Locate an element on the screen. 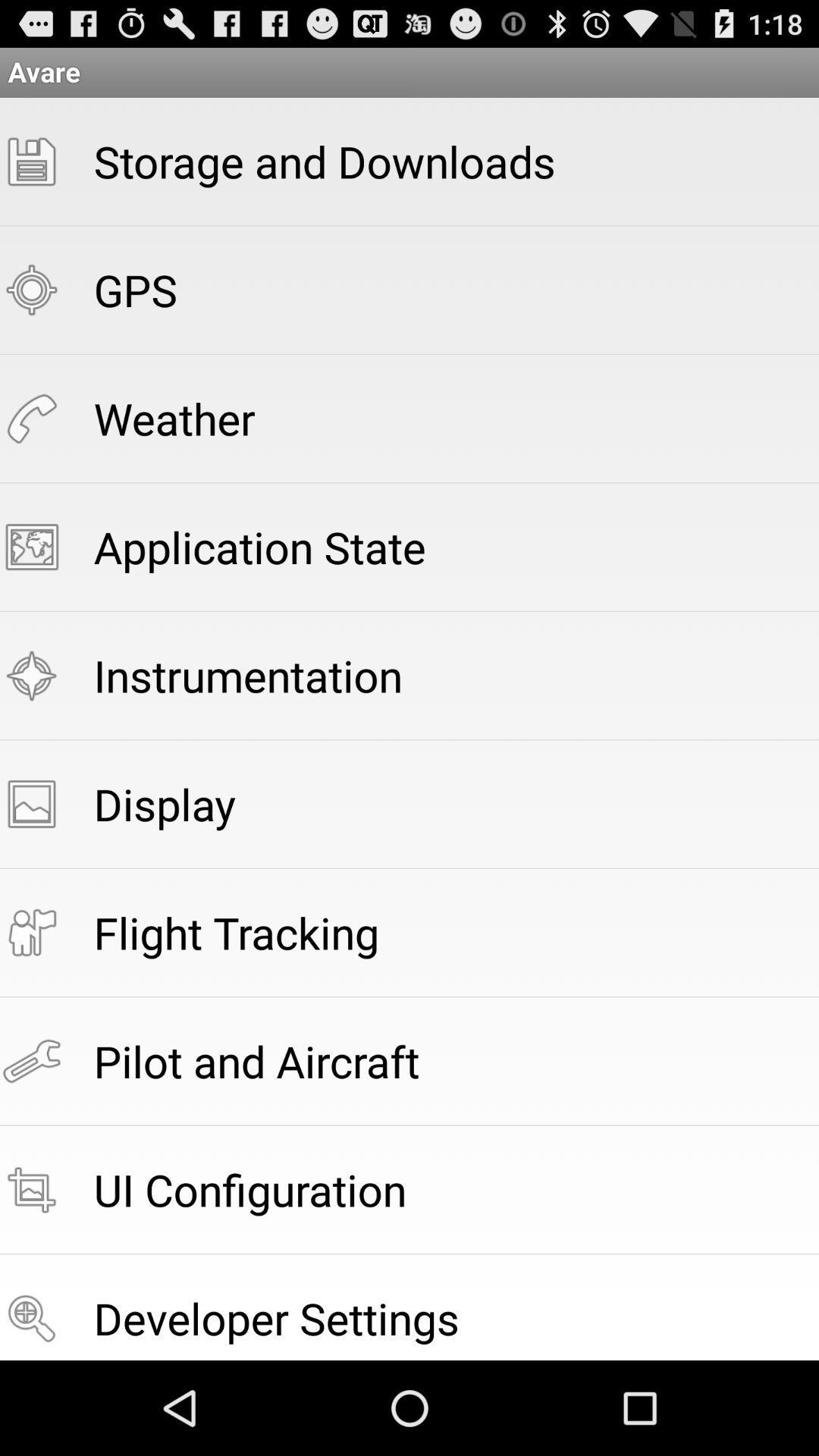 The image size is (819, 1456). the display icon is located at coordinates (165, 803).